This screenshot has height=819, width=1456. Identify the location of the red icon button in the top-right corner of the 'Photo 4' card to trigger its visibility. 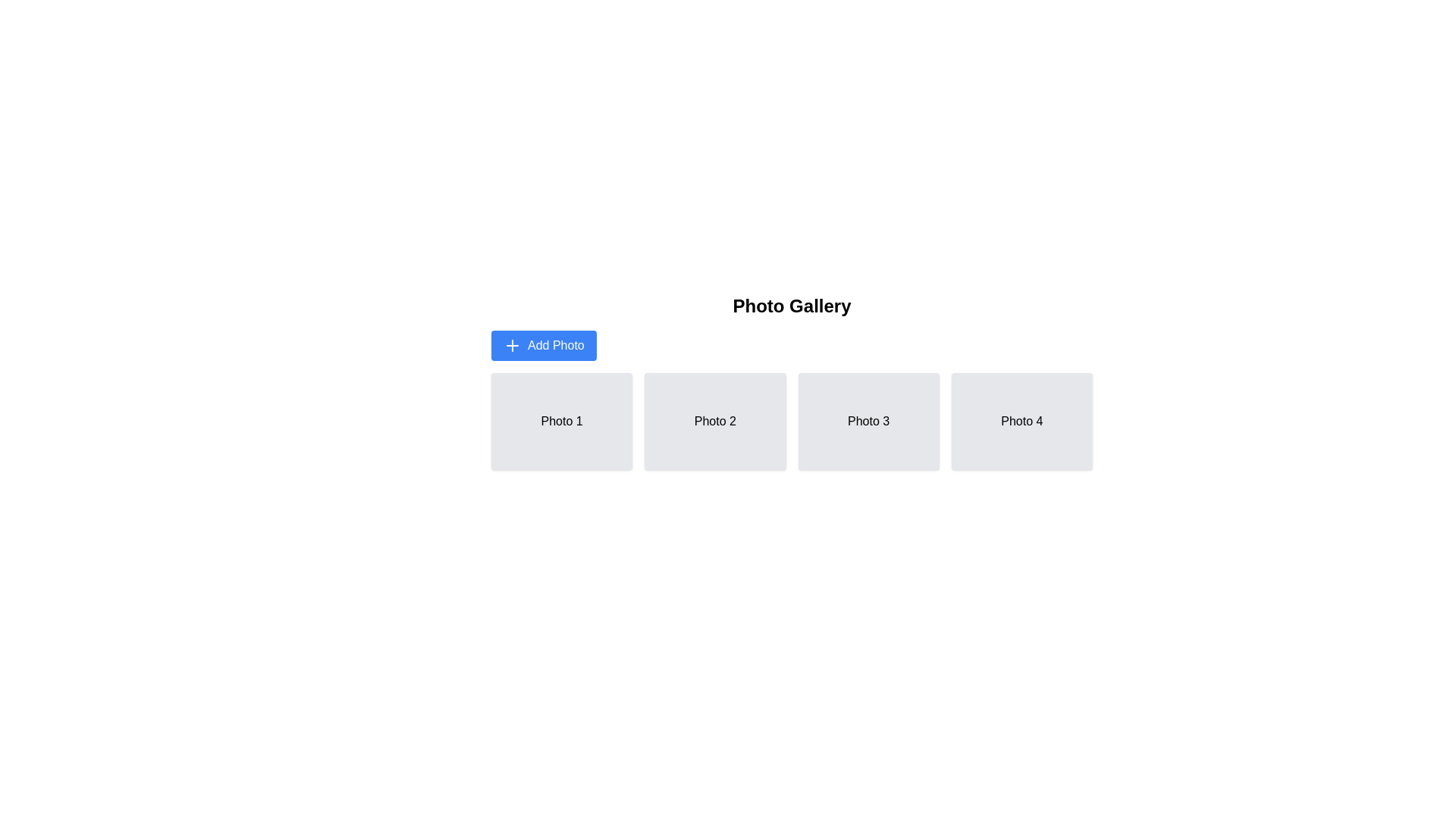
(1080, 384).